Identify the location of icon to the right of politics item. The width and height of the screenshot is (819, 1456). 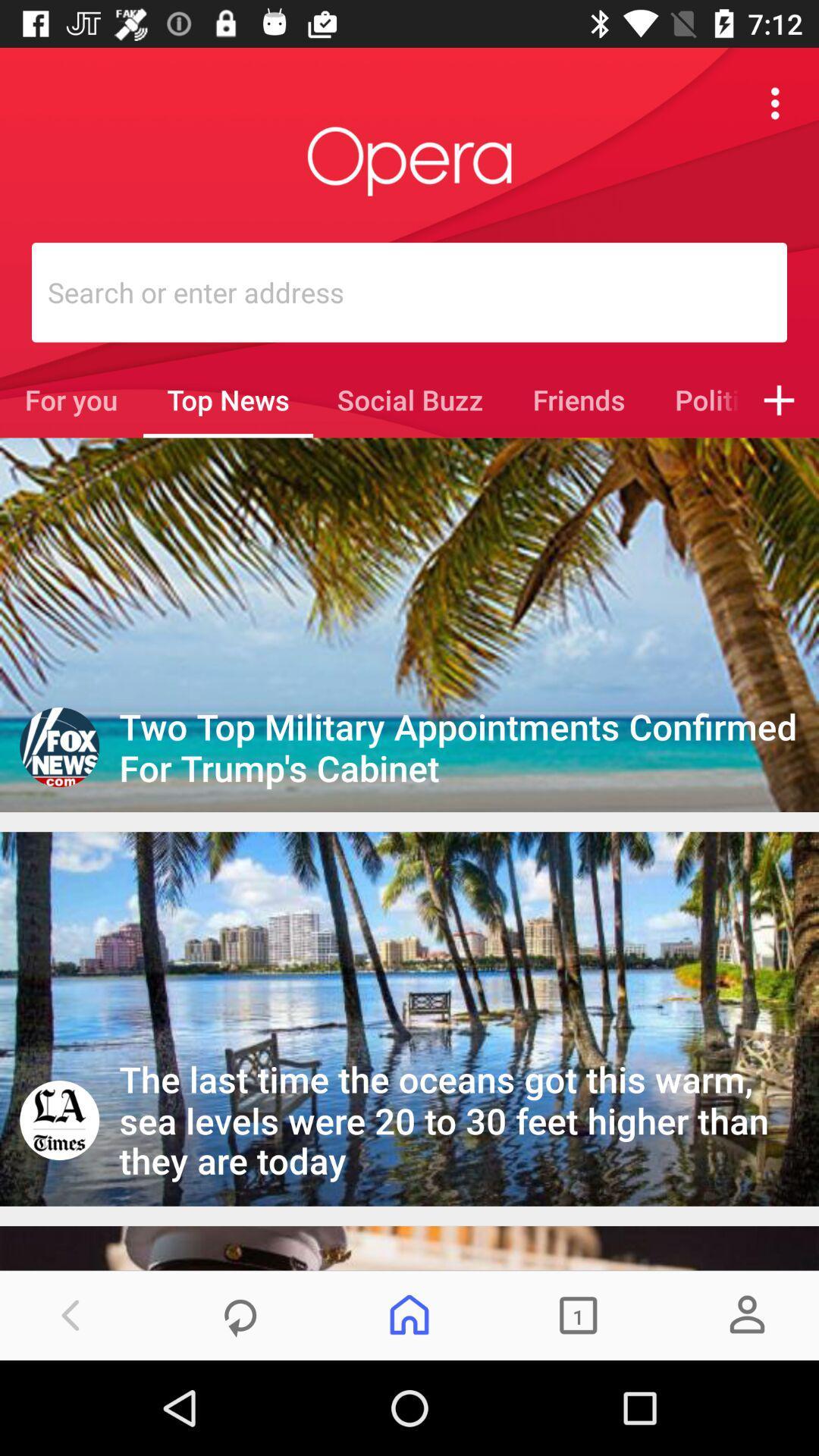
(779, 400).